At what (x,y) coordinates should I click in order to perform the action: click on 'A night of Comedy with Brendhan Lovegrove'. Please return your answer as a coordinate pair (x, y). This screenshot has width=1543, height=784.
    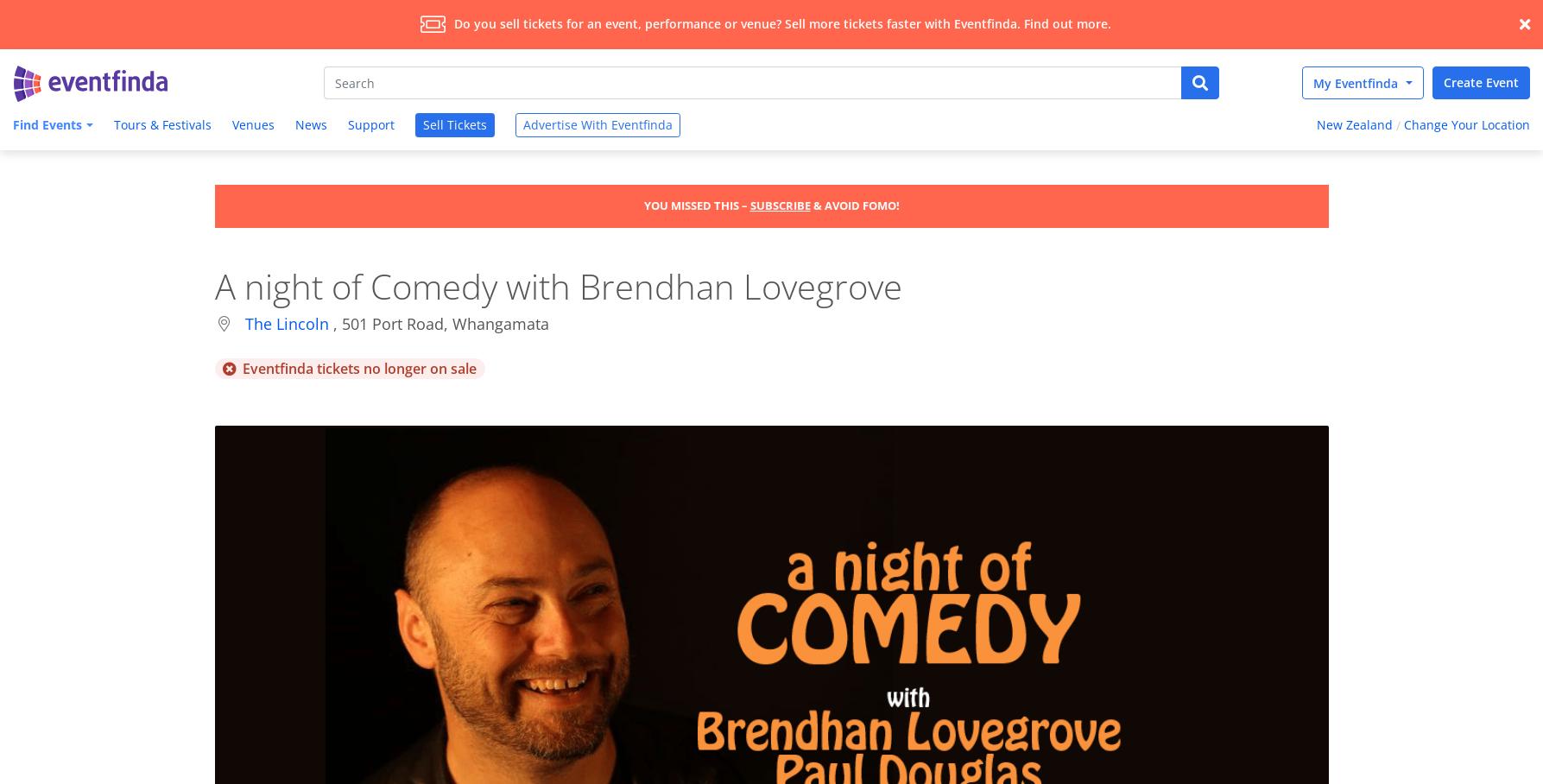
    Looking at the image, I should click on (213, 284).